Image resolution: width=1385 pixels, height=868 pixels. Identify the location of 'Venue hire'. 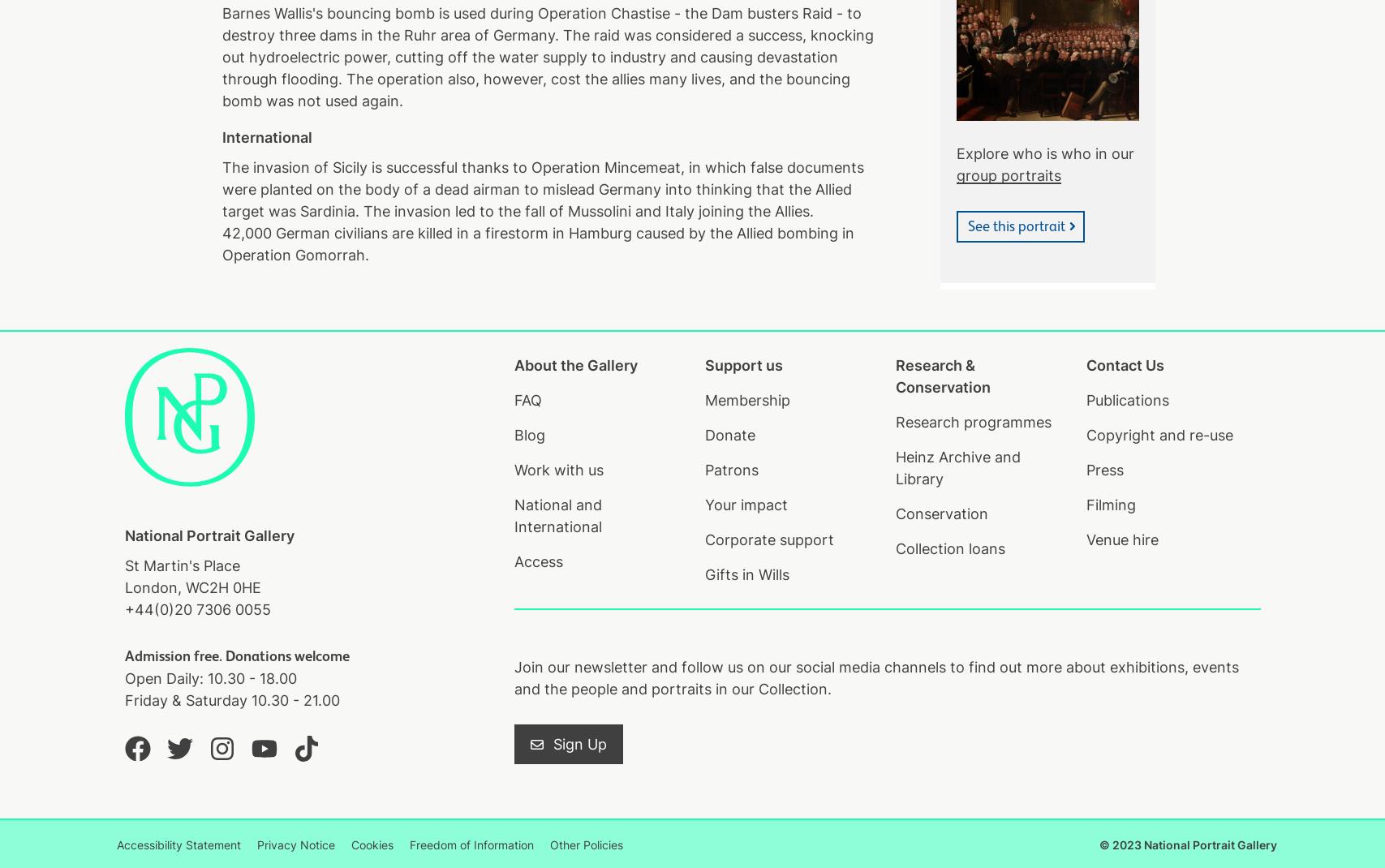
(1120, 539).